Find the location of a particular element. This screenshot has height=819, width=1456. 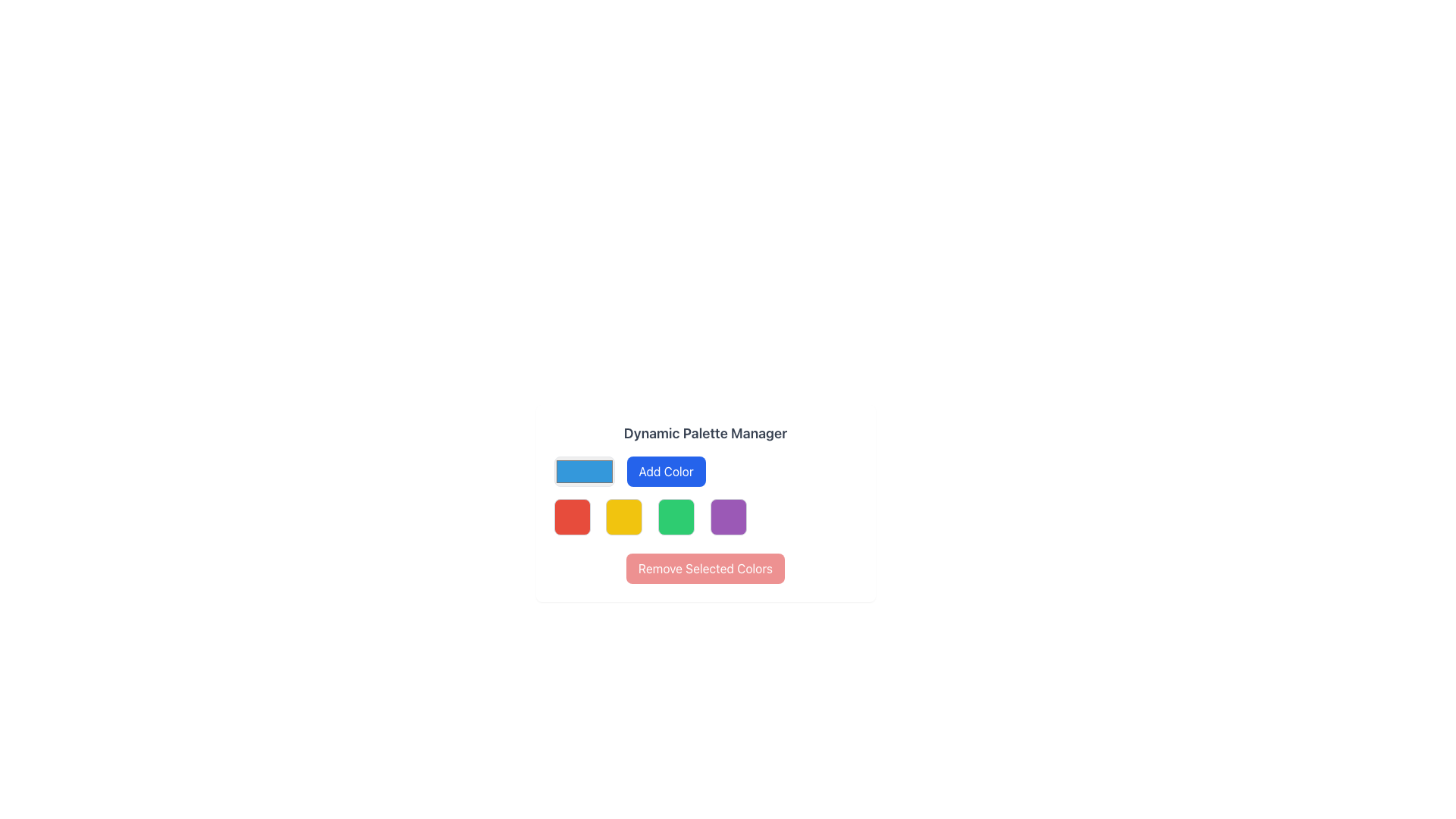

the Text Label that serves as a section title for managing a dynamic palette, located at the top-center of the interface above the 'Add Color' button is located at coordinates (704, 433).